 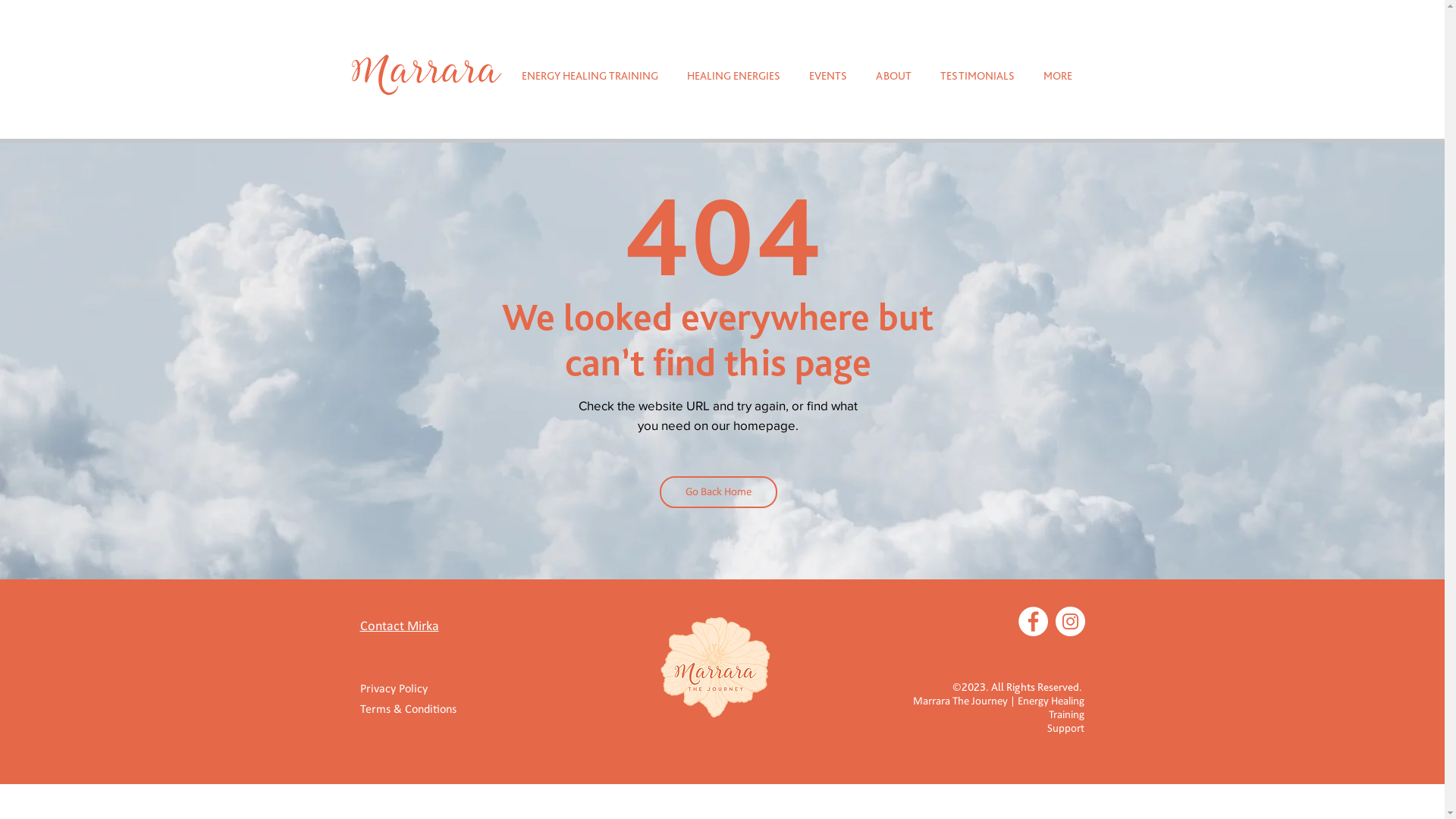 I want to click on 'ENERGY HEALING TRAINING', so click(x=588, y=76).